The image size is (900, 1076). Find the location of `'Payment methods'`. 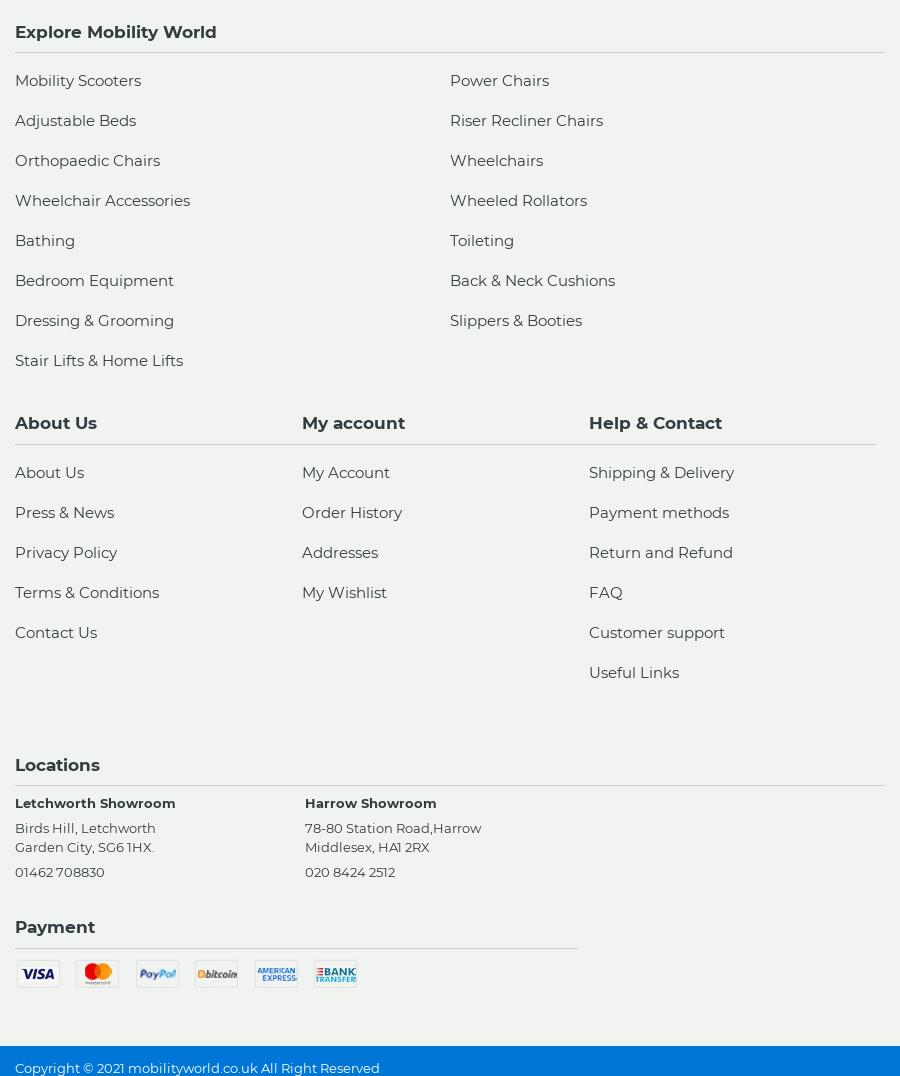

'Payment methods' is located at coordinates (658, 511).